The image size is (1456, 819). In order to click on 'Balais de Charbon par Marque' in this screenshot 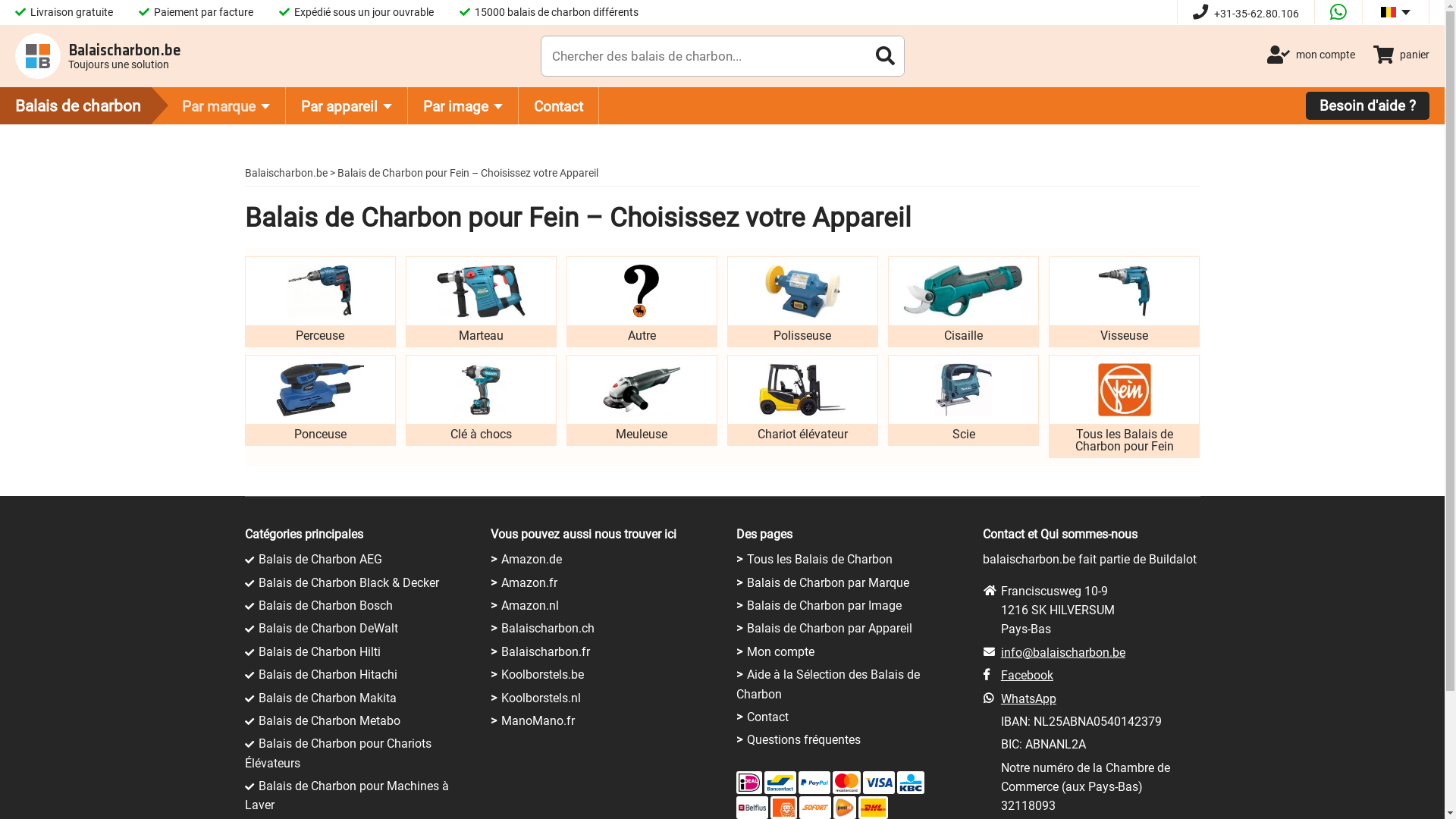, I will do `click(827, 582)`.